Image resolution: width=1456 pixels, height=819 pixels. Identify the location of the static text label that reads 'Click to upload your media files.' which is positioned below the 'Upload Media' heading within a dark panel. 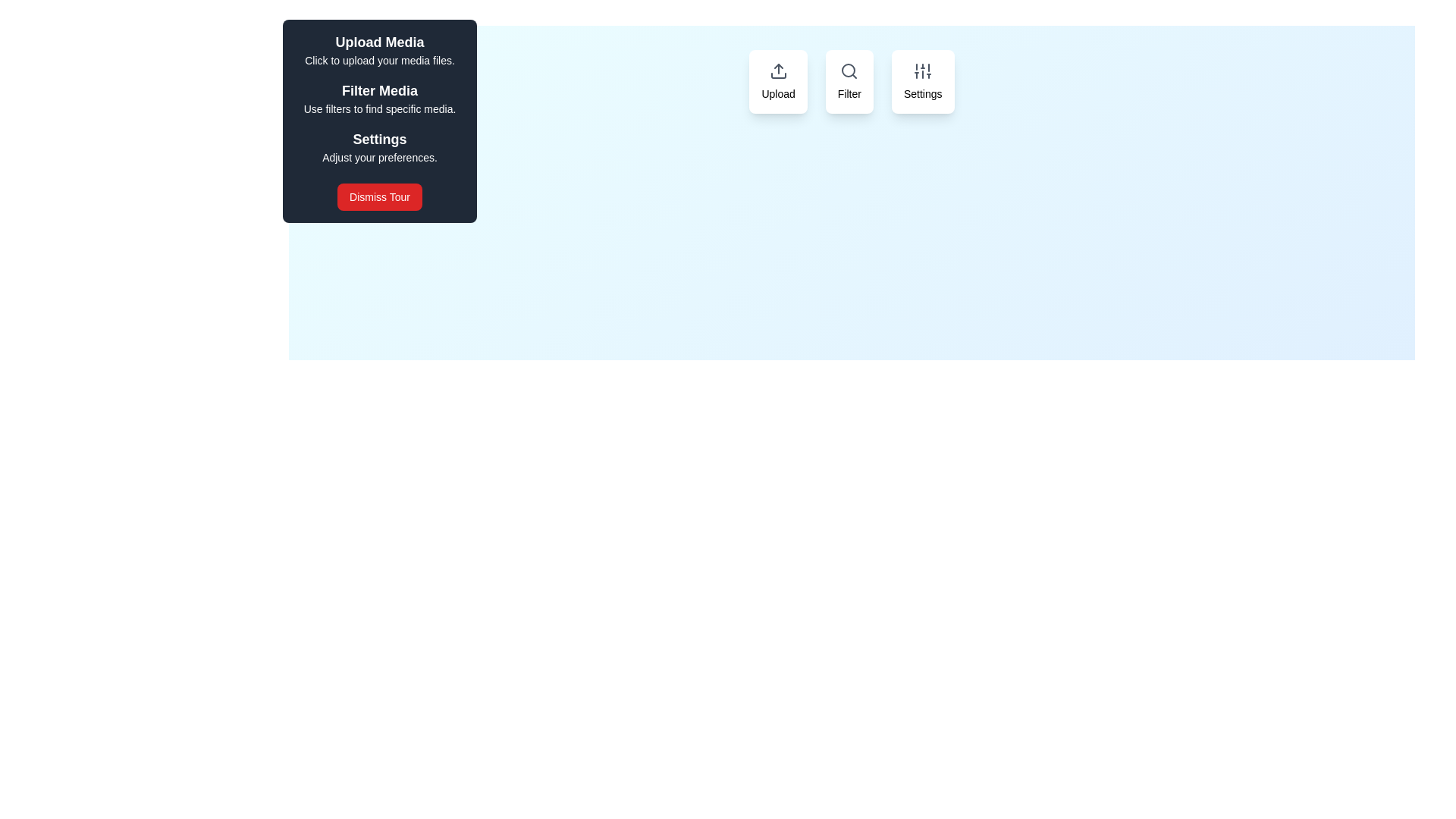
(379, 60).